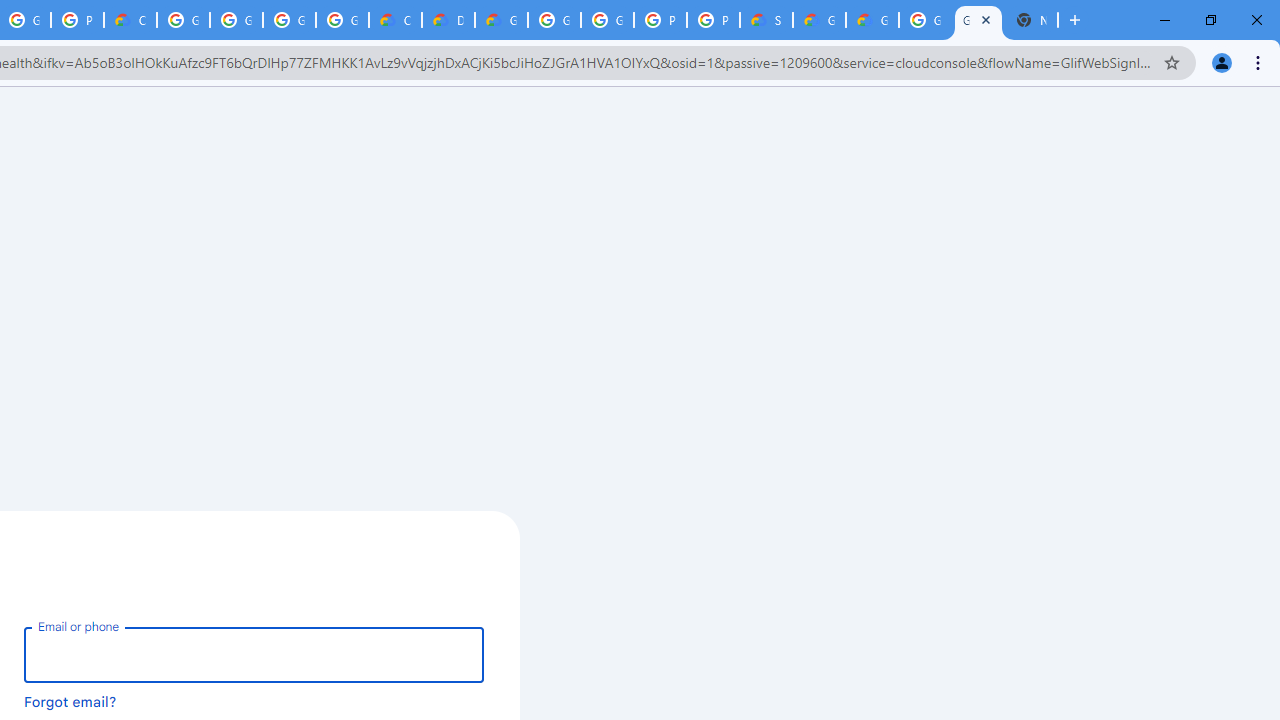 Image resolution: width=1280 pixels, height=720 pixels. Describe the element at coordinates (253, 654) in the screenshot. I see `'Email or phone'` at that location.